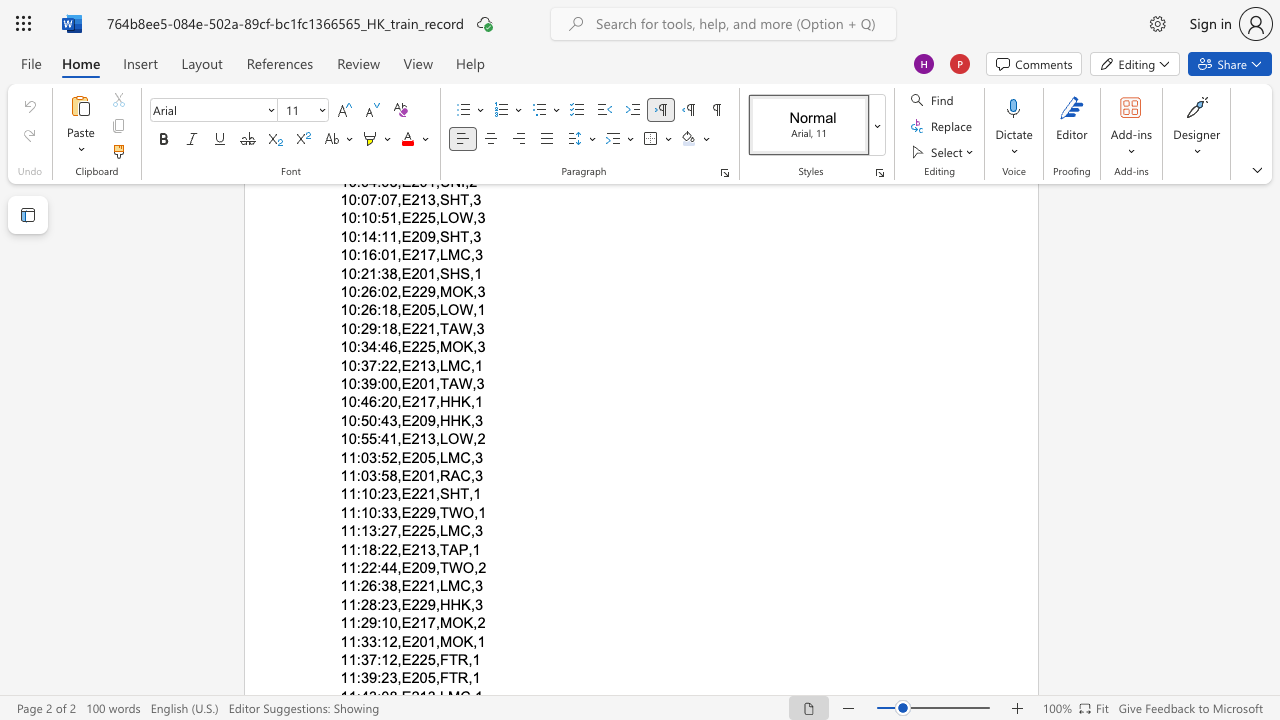 This screenshot has width=1280, height=720. I want to click on the subset text "11:10:33,E229" within the text "11:10:33,E229,TWO,1", so click(340, 511).